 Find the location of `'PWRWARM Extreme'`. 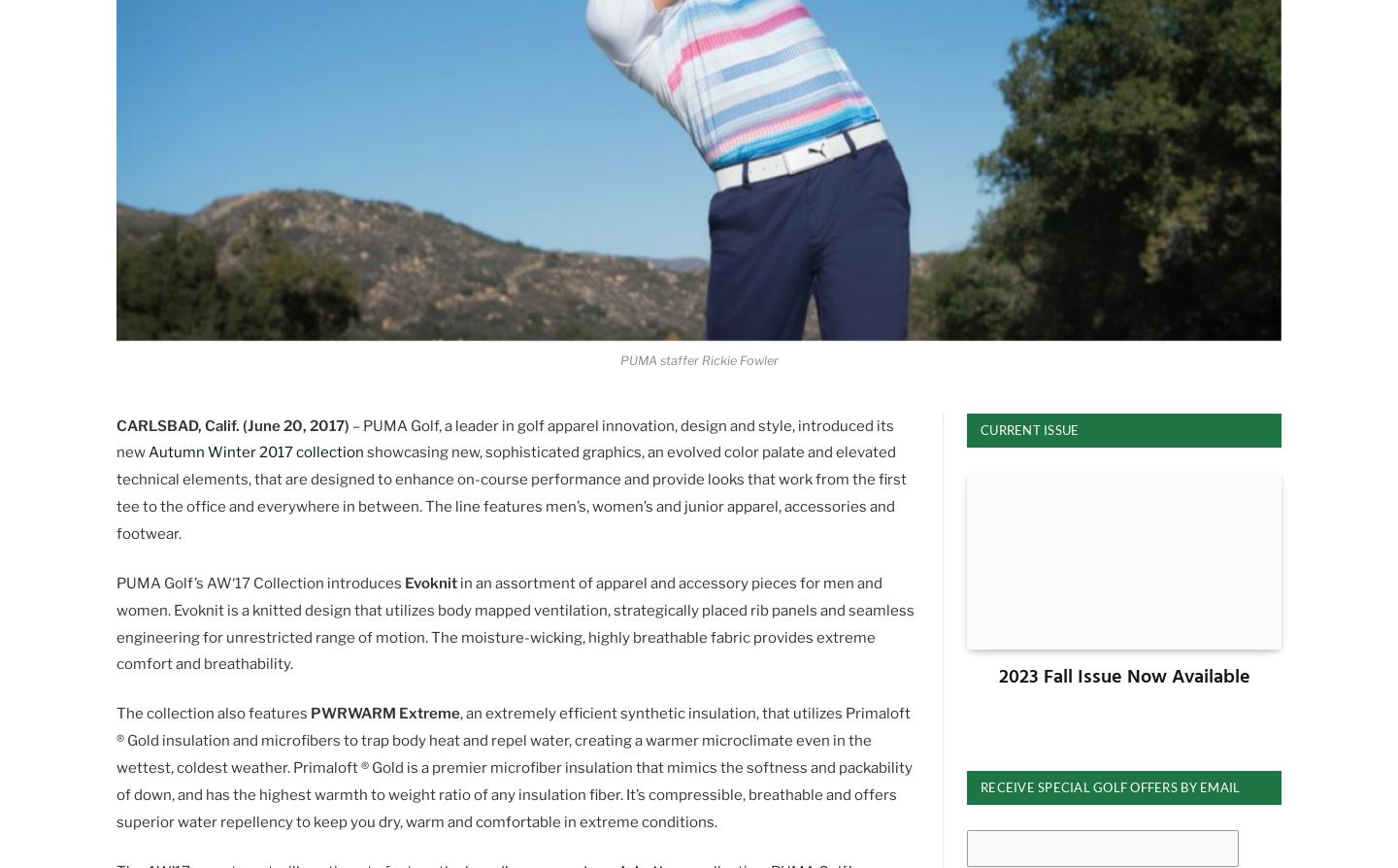

'PWRWARM Extreme' is located at coordinates (310, 712).